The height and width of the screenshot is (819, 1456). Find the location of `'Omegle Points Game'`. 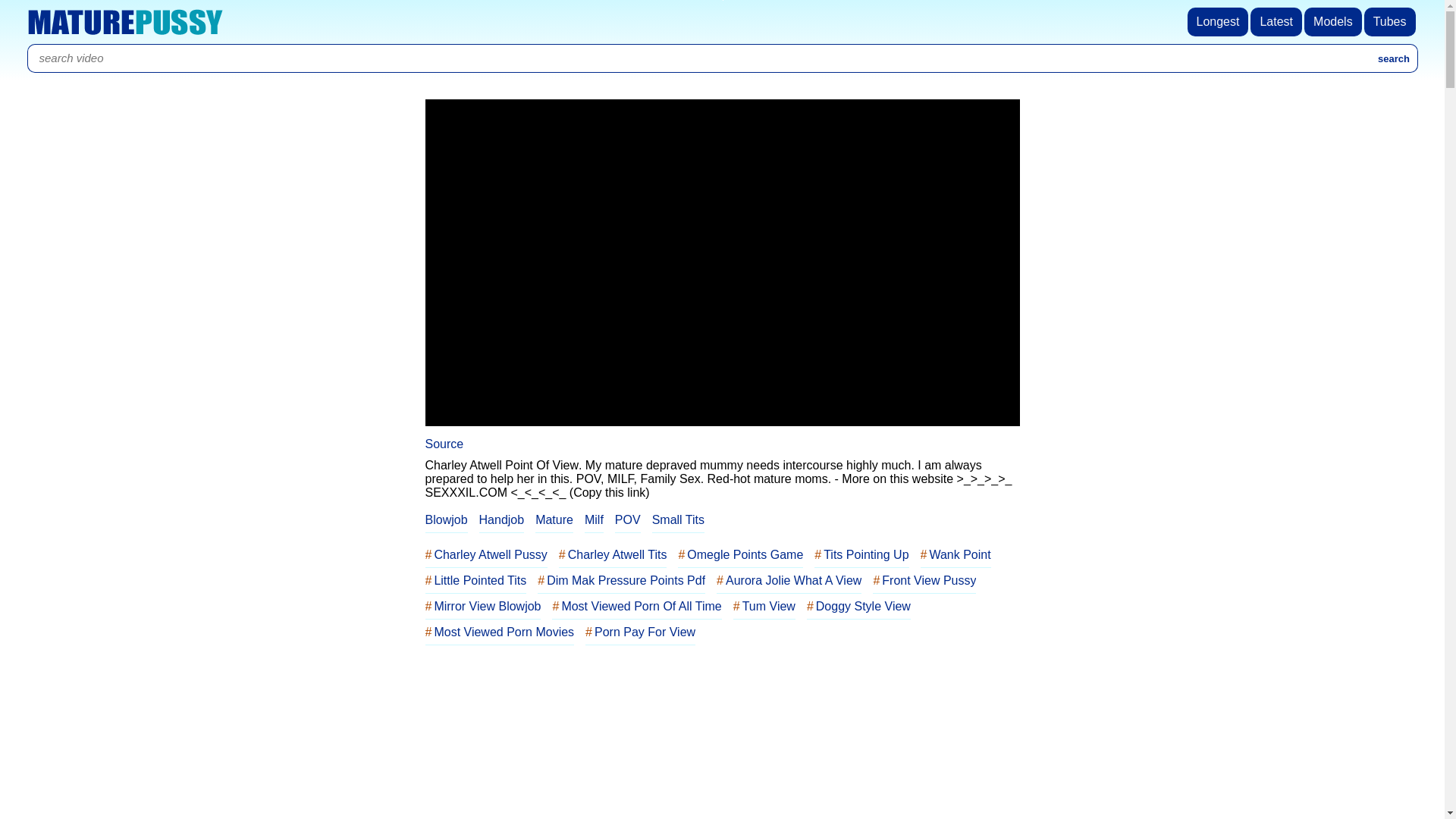

'Omegle Points Game' is located at coordinates (676, 555).